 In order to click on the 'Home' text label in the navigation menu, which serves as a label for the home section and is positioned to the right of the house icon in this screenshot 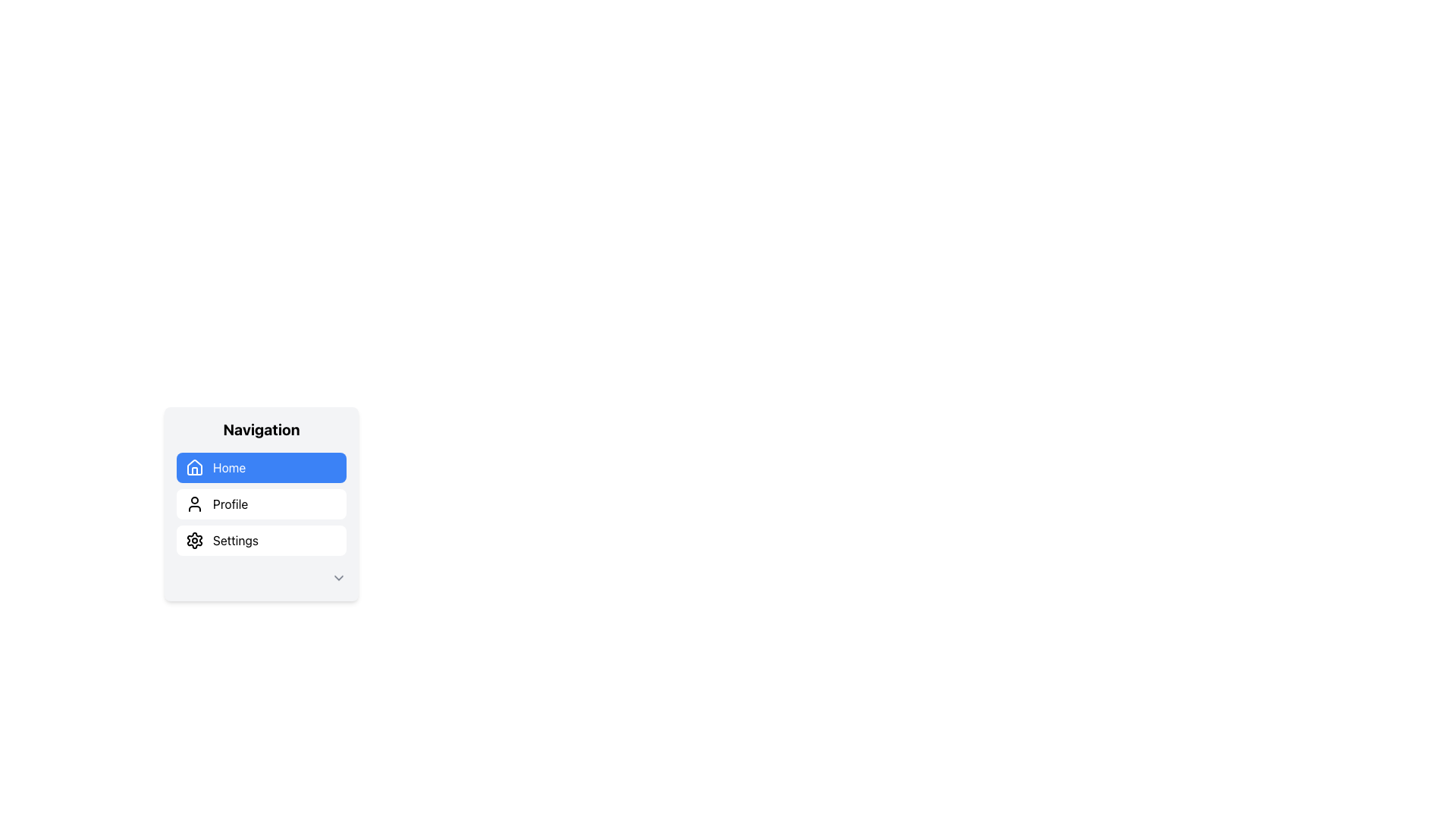, I will do `click(228, 467)`.